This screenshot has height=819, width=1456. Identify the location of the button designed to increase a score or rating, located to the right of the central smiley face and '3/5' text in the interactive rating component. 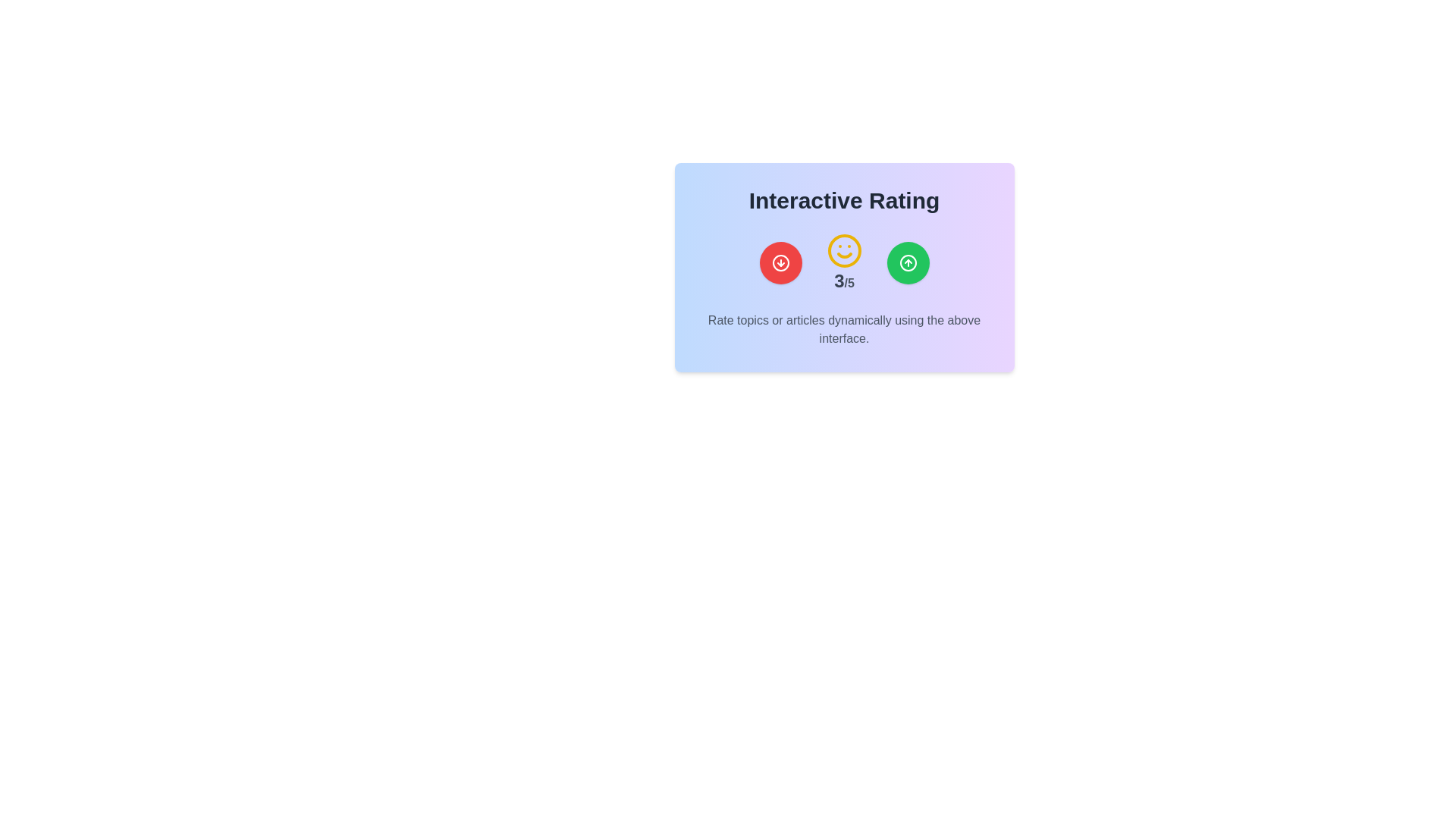
(908, 262).